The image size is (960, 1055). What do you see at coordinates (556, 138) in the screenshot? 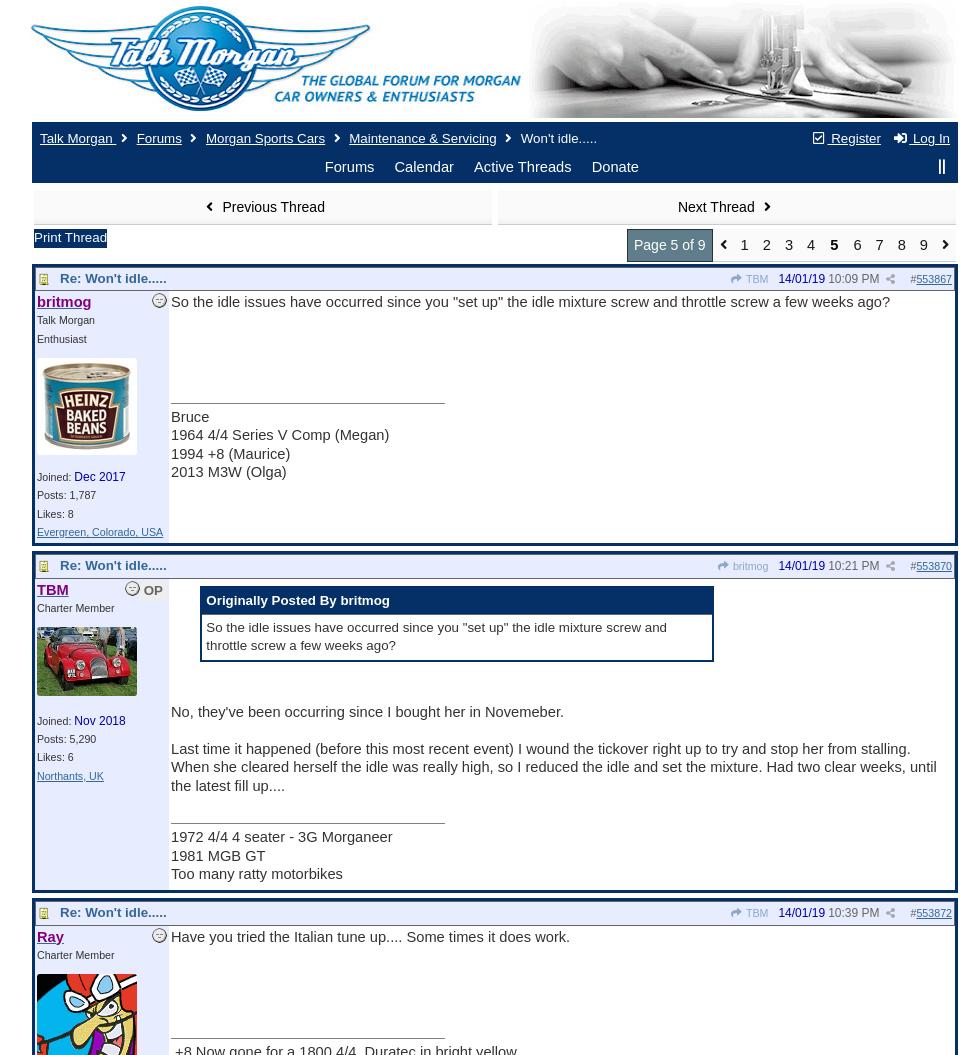
I see `'Won't idle.....'` at bounding box center [556, 138].